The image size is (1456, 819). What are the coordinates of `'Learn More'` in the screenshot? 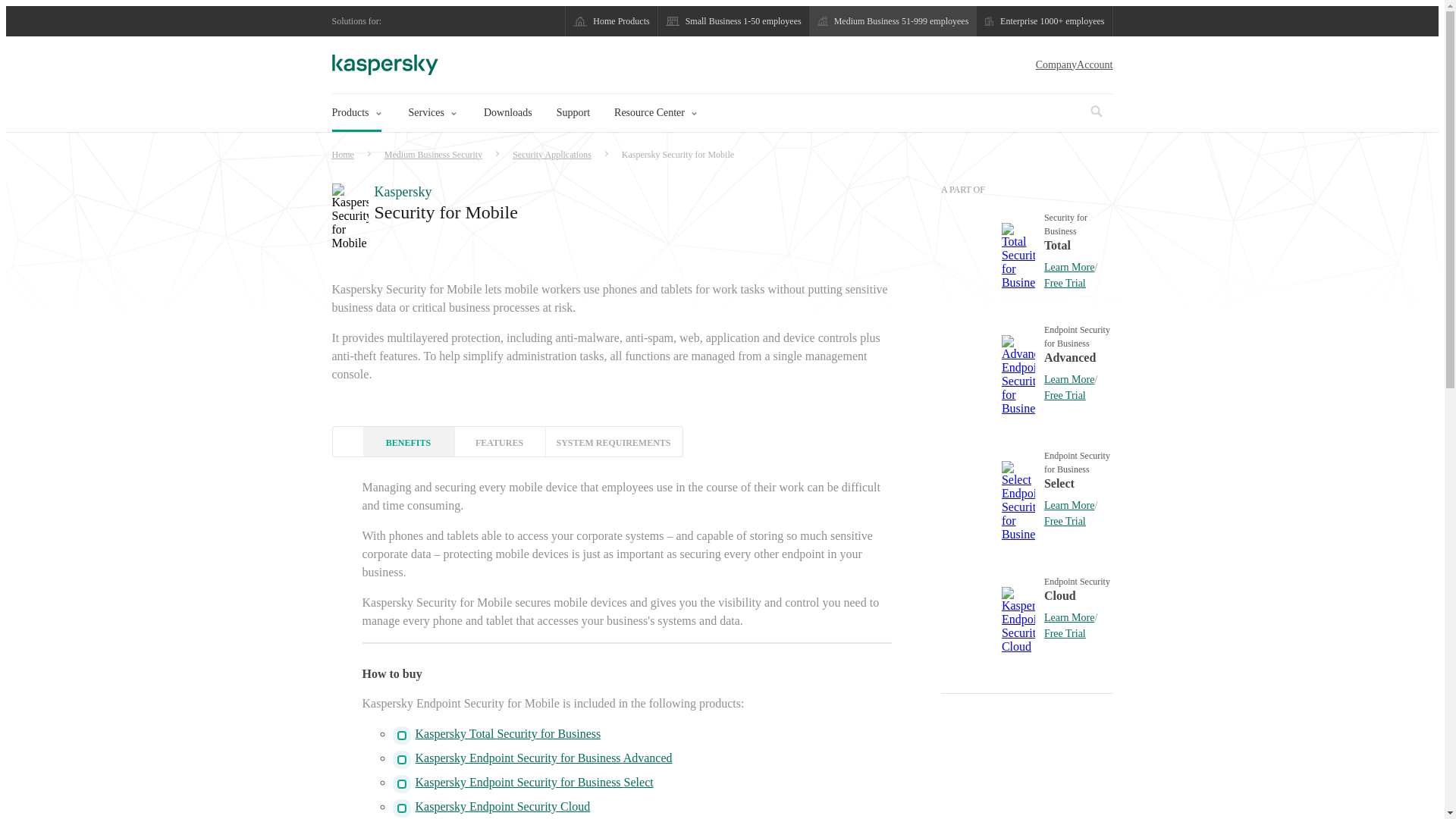 It's located at (1068, 266).